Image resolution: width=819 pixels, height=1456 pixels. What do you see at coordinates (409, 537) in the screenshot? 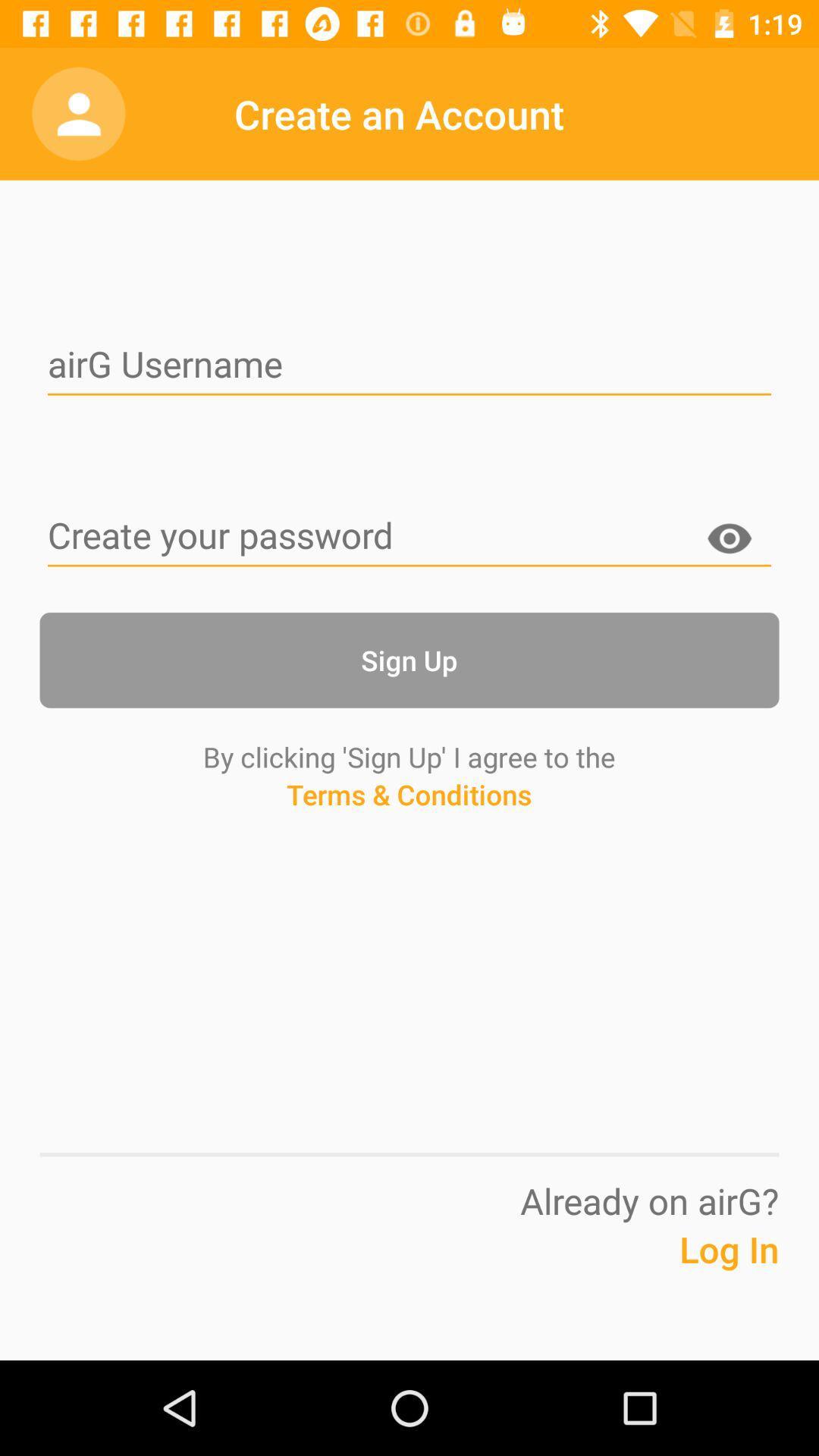
I see `password` at bounding box center [409, 537].